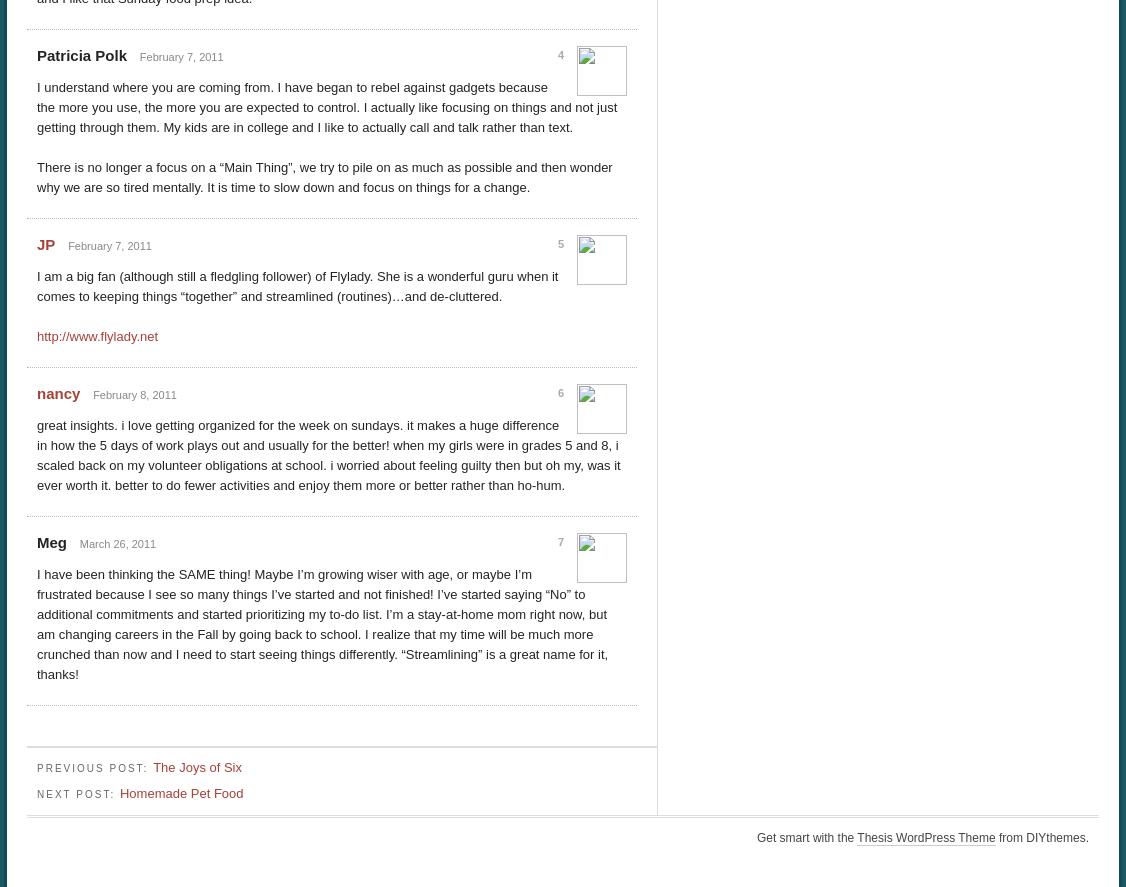 The height and width of the screenshot is (887, 1126). What do you see at coordinates (95, 766) in the screenshot?
I see `'Previous post:'` at bounding box center [95, 766].